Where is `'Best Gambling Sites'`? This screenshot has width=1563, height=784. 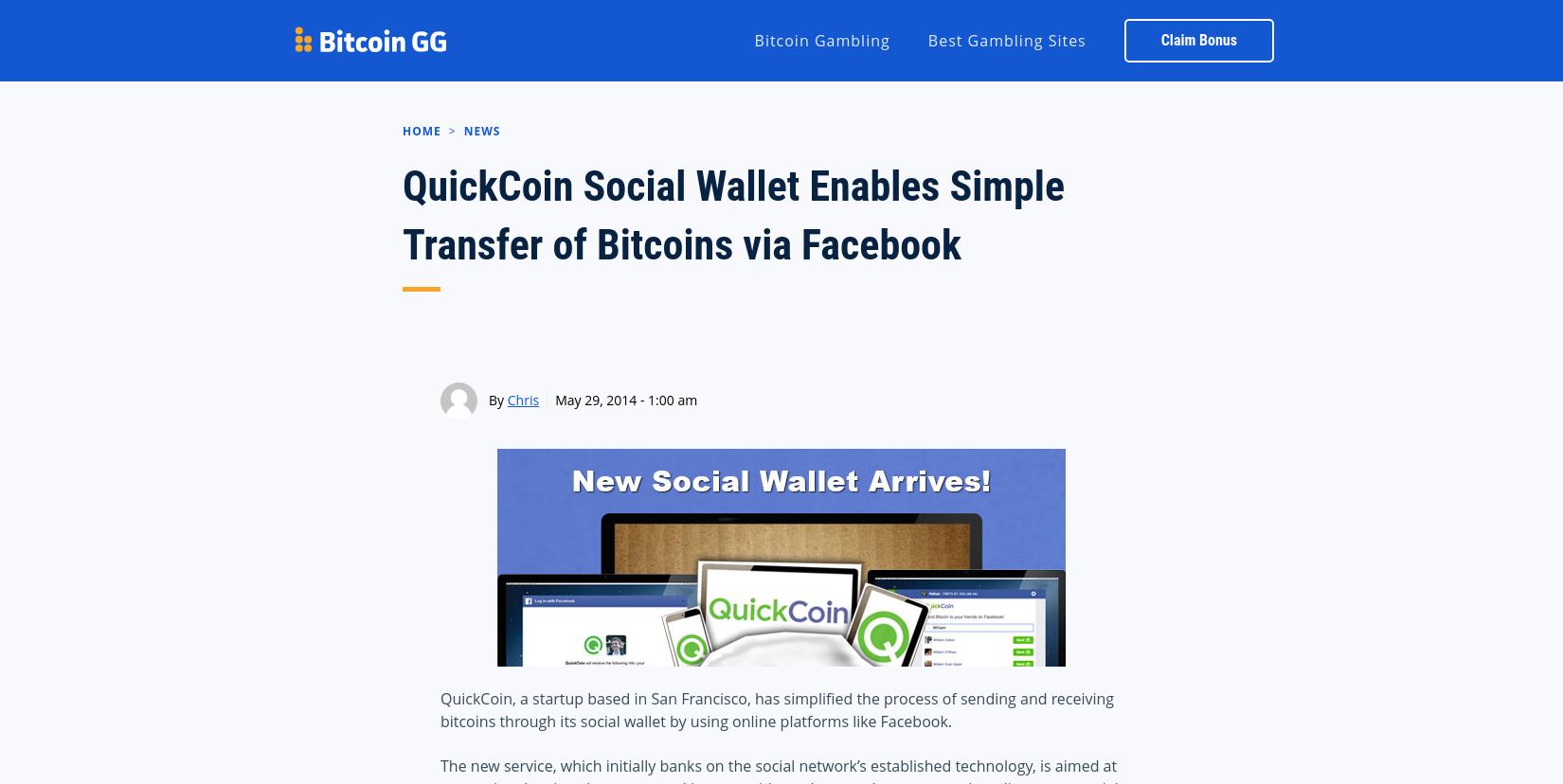
'Best Gambling Sites' is located at coordinates (926, 38).